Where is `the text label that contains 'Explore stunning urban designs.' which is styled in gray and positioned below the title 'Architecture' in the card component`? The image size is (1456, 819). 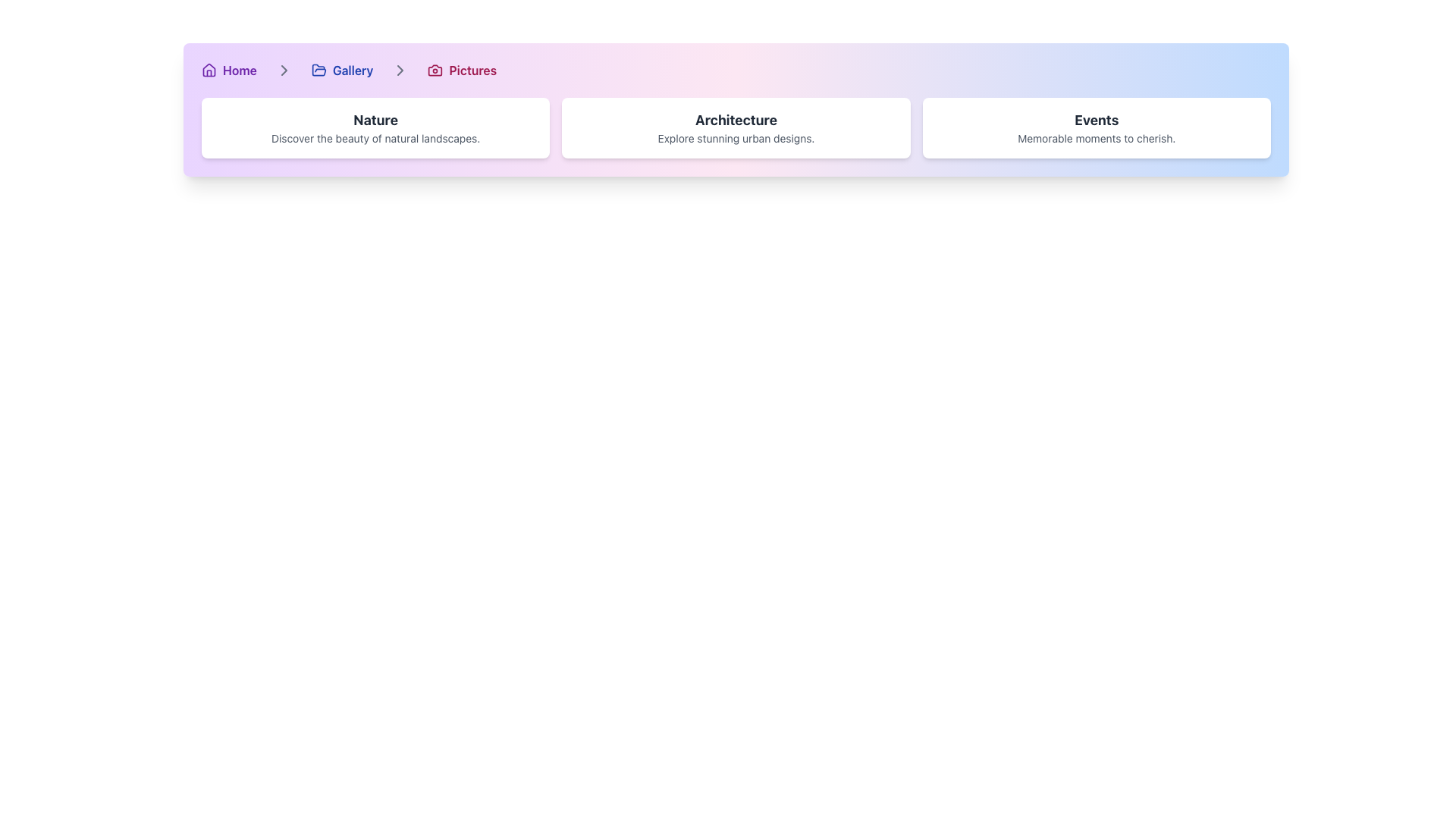
the text label that contains 'Explore stunning urban designs.' which is styled in gray and positioned below the title 'Architecture' in the card component is located at coordinates (736, 138).